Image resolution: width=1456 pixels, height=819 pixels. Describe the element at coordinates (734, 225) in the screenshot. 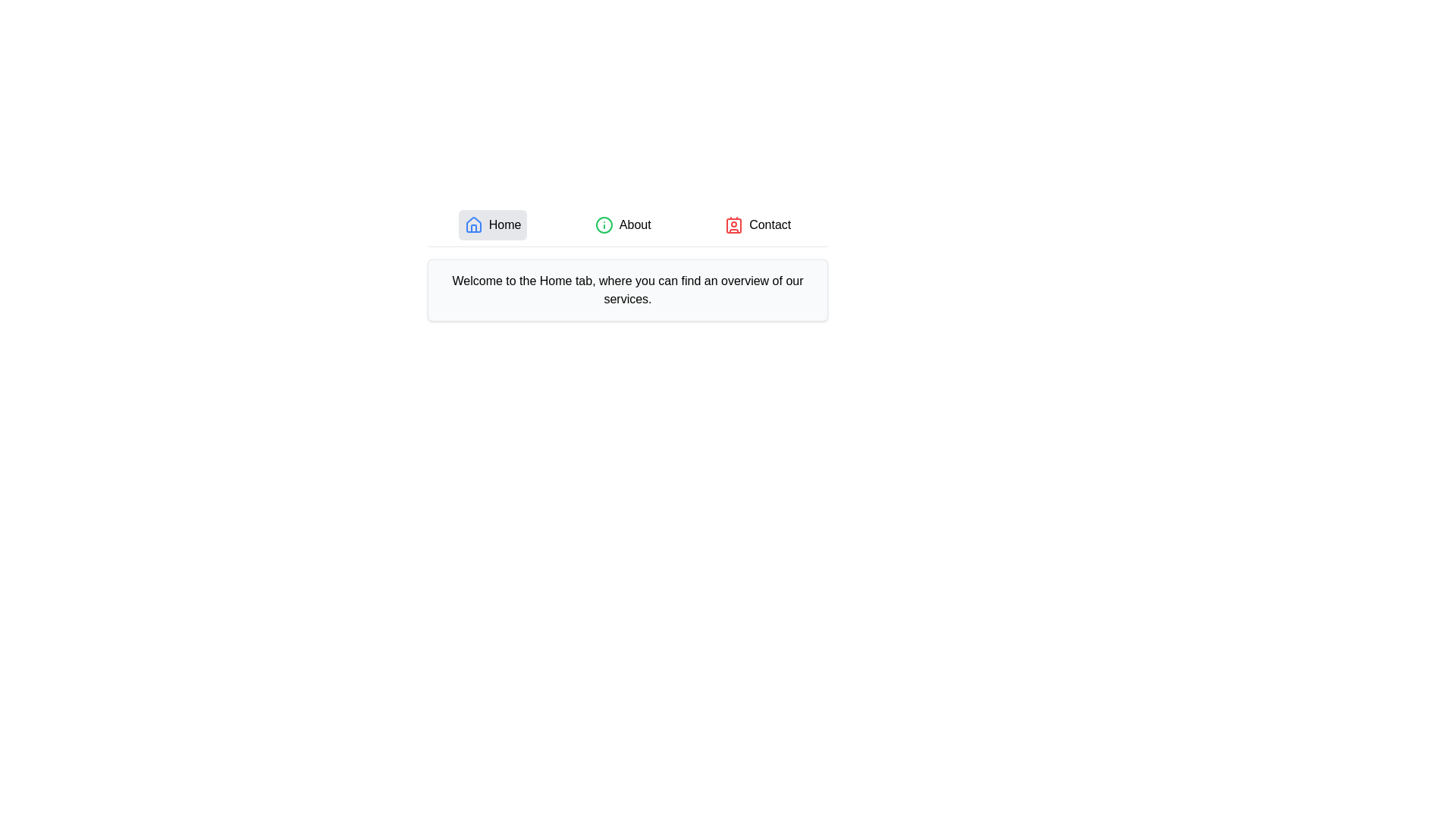

I see `the icon of the Contact tab` at that location.